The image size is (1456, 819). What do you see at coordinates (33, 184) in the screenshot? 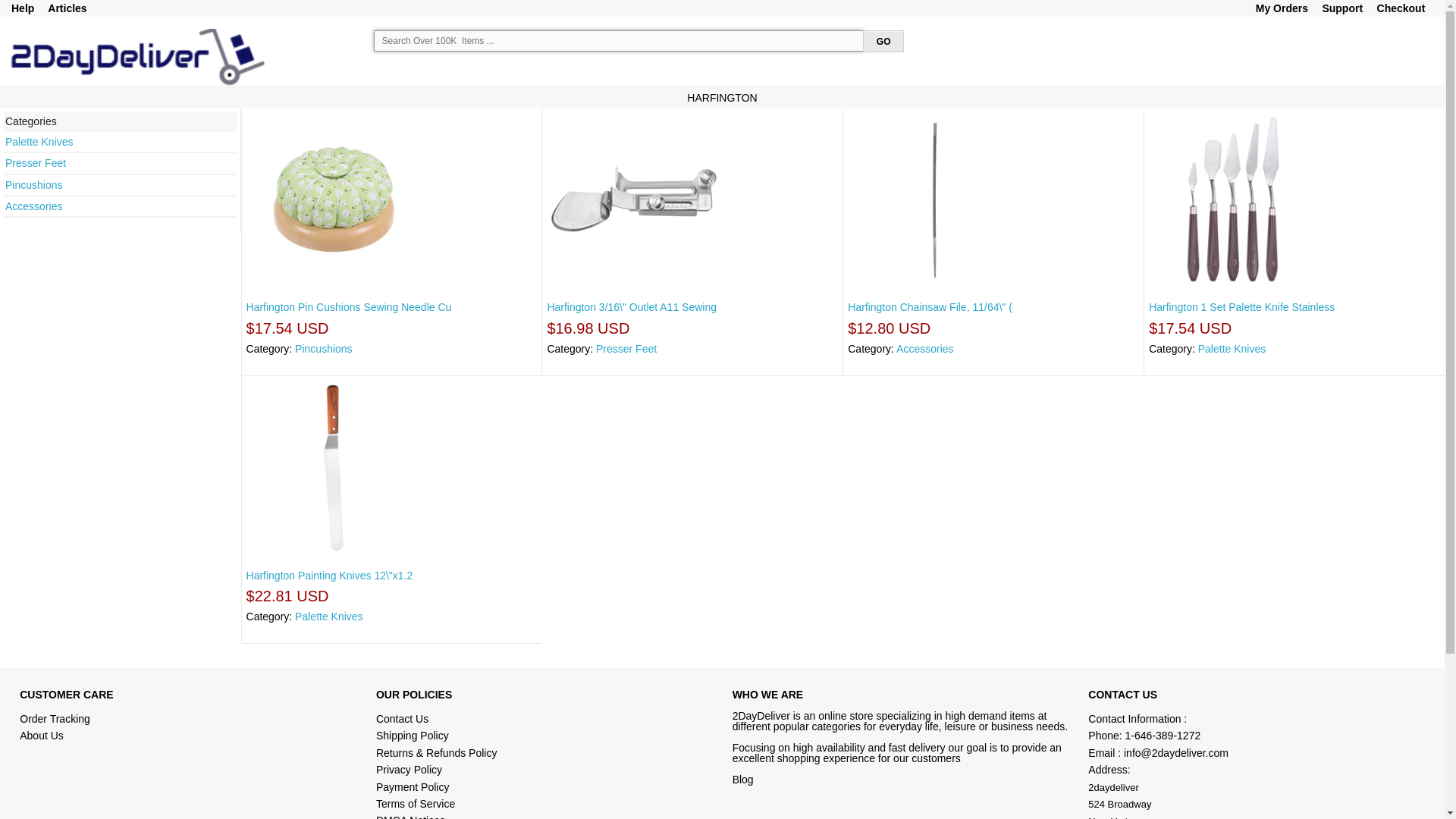
I see `'Pincushions'` at bounding box center [33, 184].